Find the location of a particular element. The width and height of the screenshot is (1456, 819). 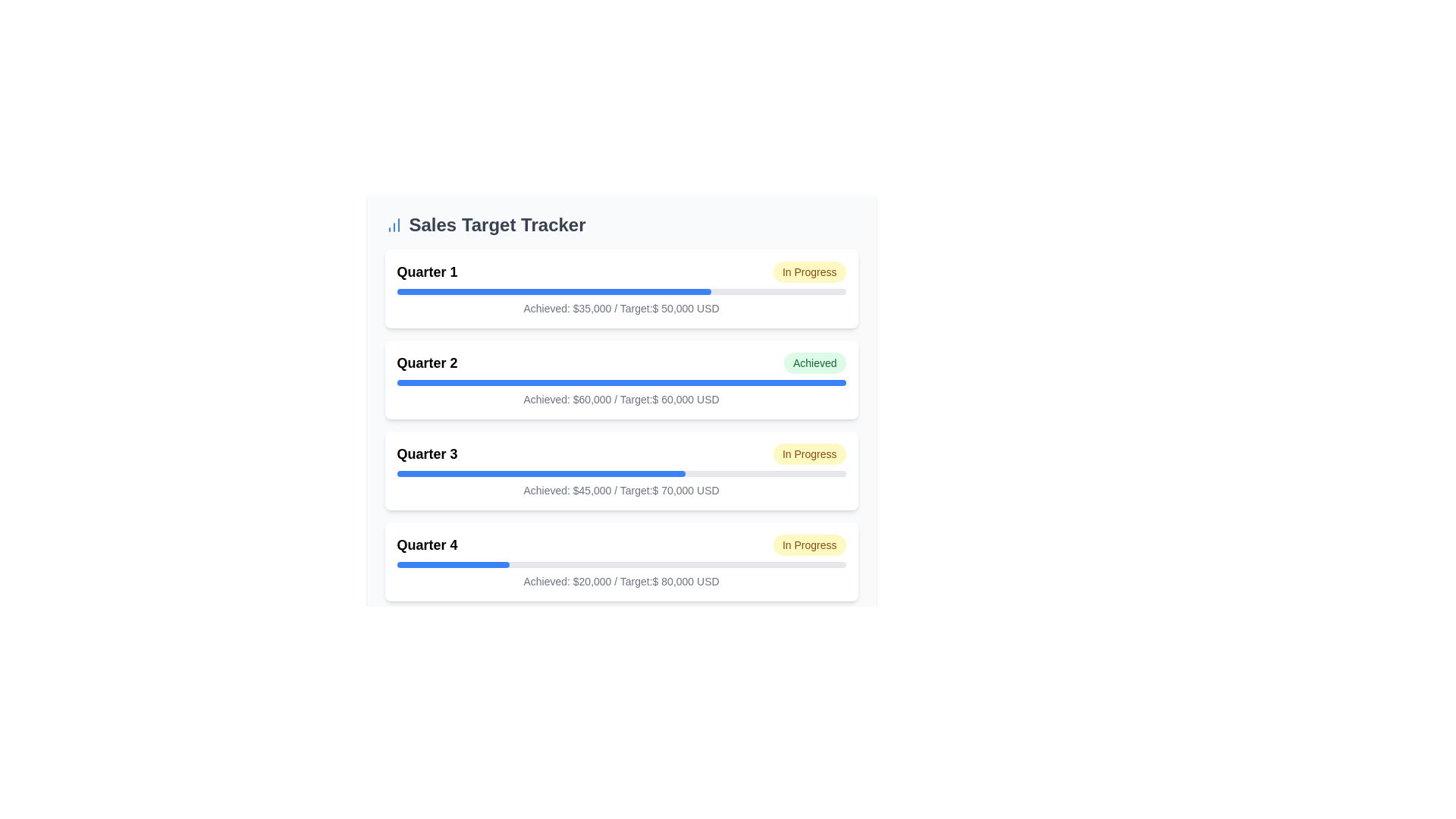

the Status label that displays the current status of 'Quarter 4' to potentially trigger an interaction is located at coordinates (808, 544).